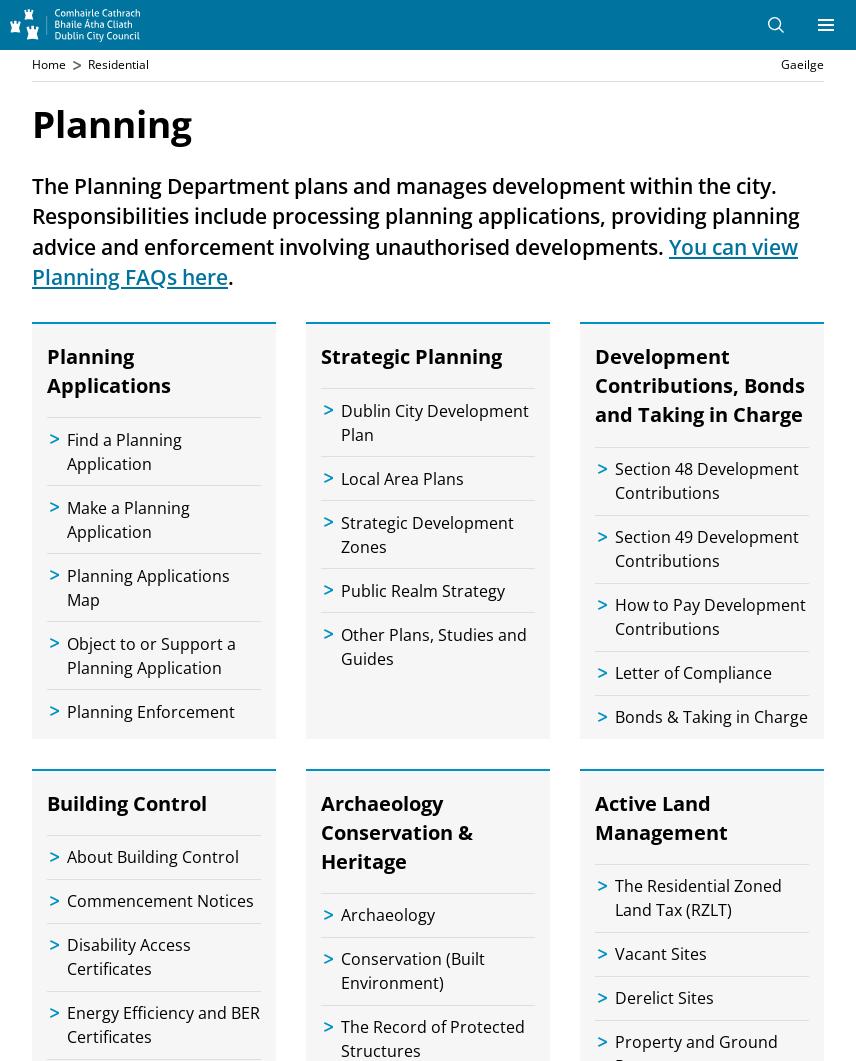 The height and width of the screenshot is (1061, 856). Describe the element at coordinates (664, 996) in the screenshot. I see `'Derelict Sites'` at that location.